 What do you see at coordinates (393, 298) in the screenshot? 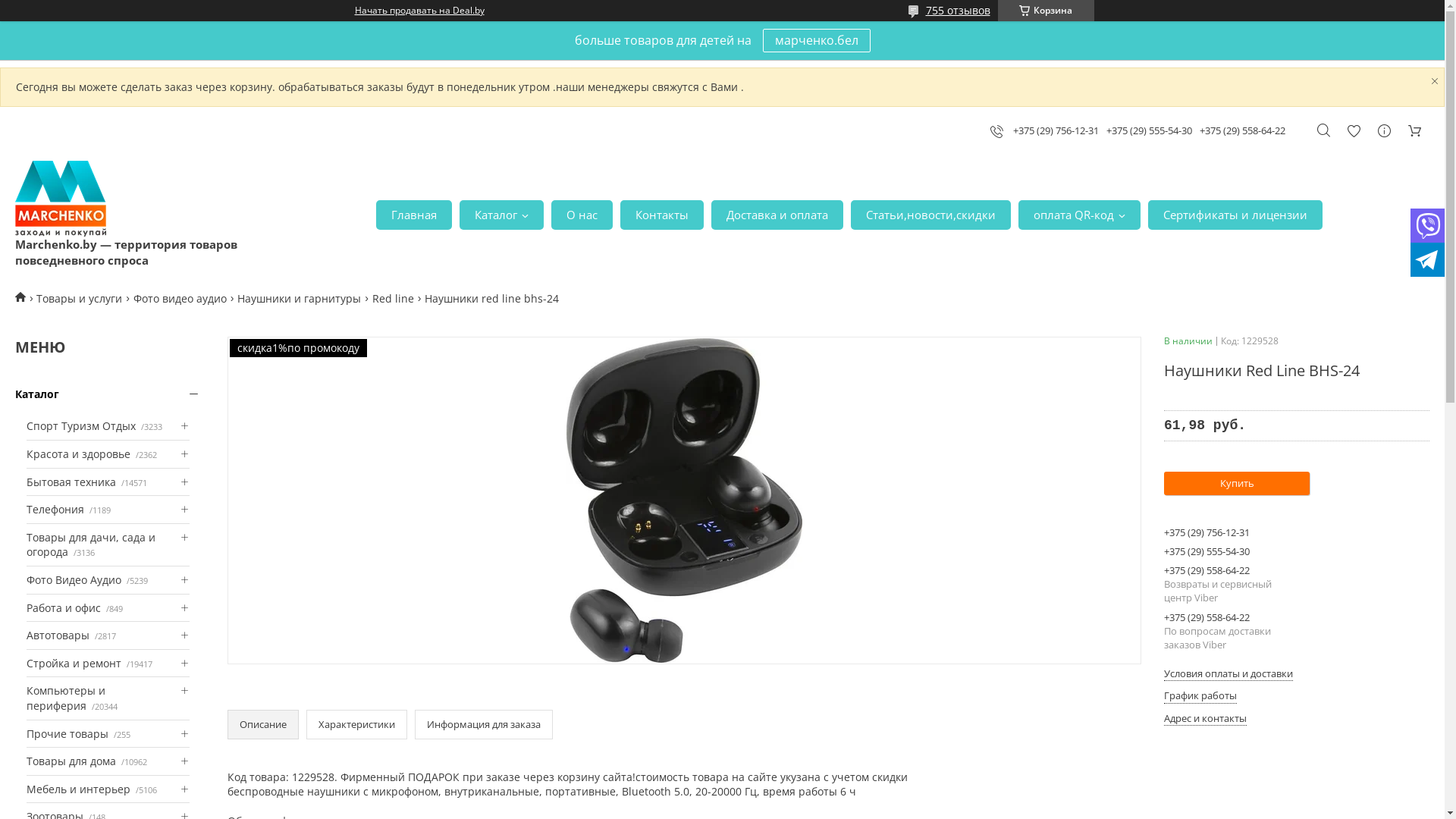
I see `'Red line'` at bounding box center [393, 298].